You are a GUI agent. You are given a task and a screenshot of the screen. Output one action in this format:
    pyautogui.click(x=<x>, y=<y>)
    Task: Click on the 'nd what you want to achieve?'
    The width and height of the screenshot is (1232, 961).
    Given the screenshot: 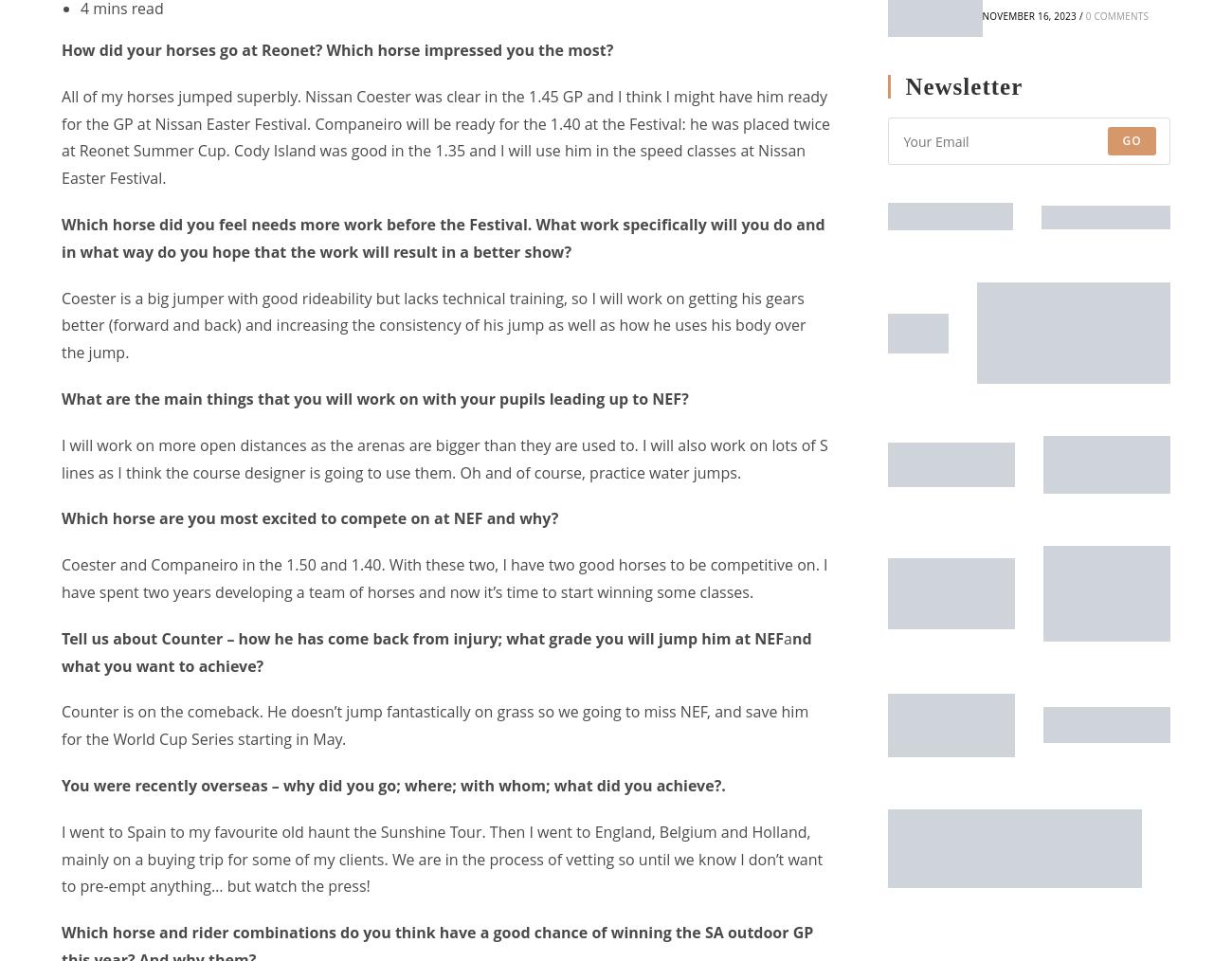 What is the action you would take?
    pyautogui.click(x=435, y=650)
    